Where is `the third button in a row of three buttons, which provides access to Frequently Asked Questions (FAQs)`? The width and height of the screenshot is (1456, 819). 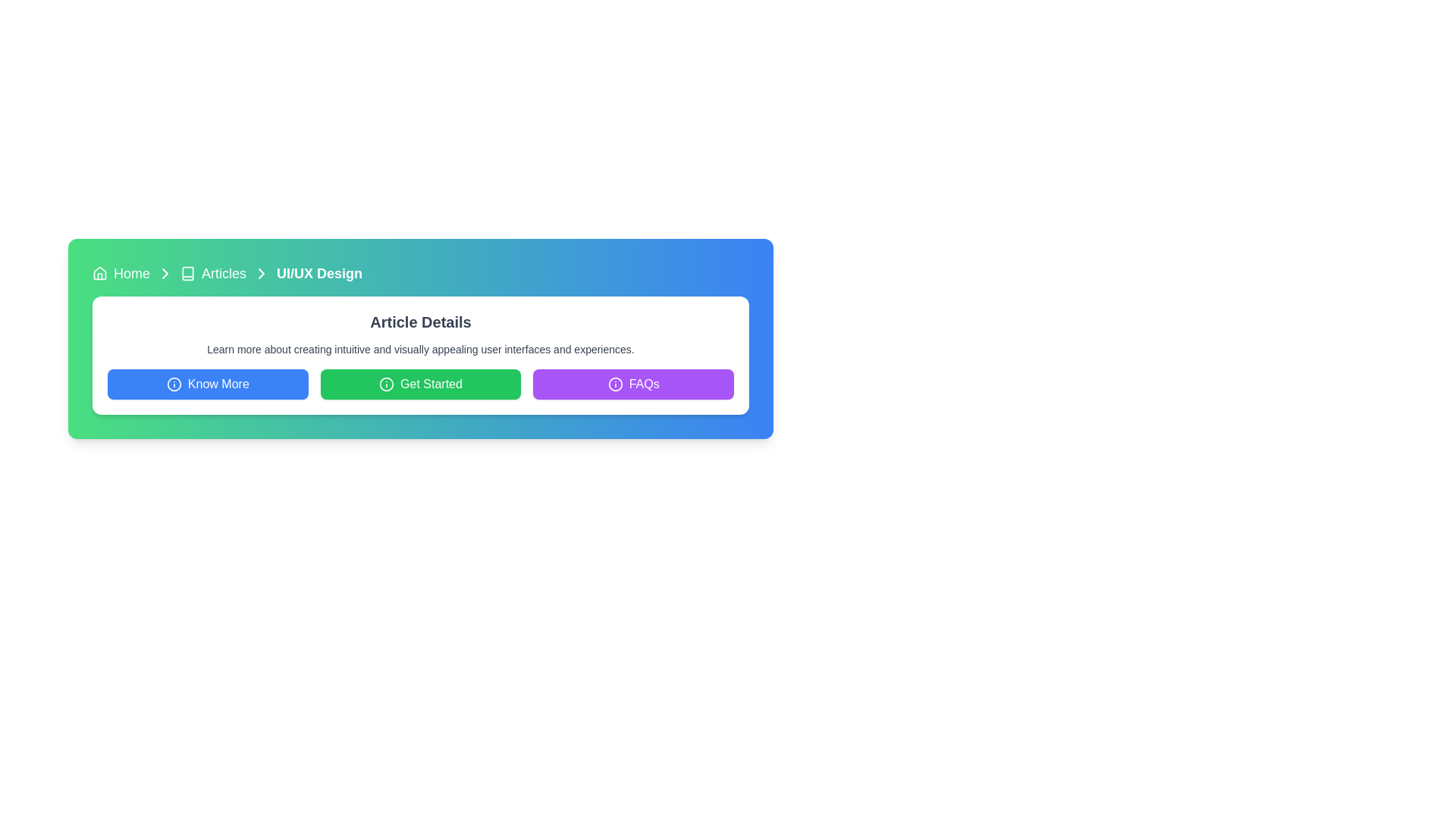 the third button in a row of three buttons, which provides access to Frequently Asked Questions (FAQs) is located at coordinates (633, 383).